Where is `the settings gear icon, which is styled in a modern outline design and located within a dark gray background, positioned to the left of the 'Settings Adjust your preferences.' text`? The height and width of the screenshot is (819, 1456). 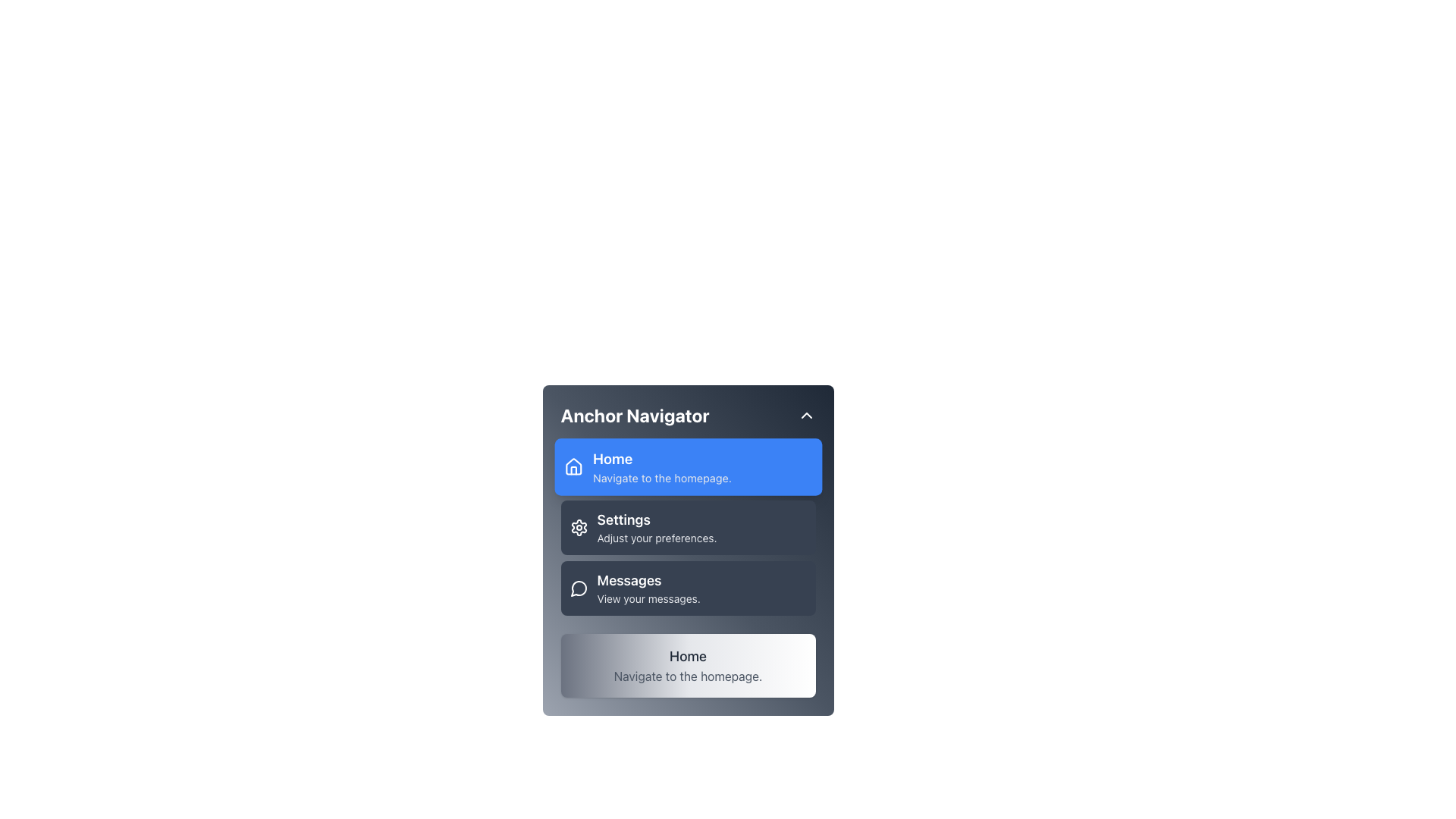 the settings gear icon, which is styled in a modern outline design and located within a dark gray background, positioned to the left of the 'Settings Adjust your preferences.' text is located at coordinates (578, 526).